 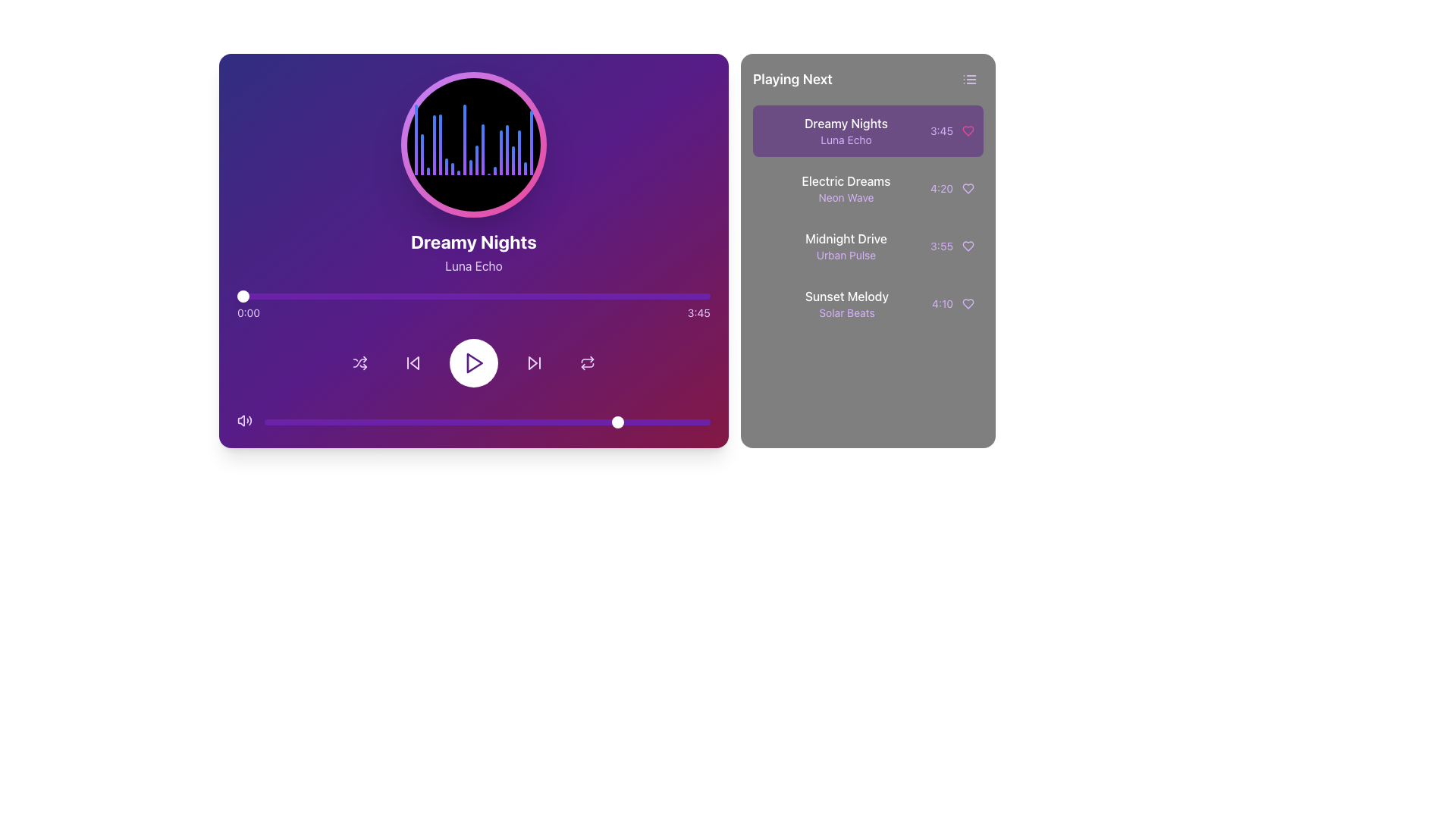 I want to click on the text label reading 'Midnight Drive' and 'Urban Pulse' that is the second entry in the 'Playing Next' panel, located between 'Electric Dreams' and 'Sunset Melody', so click(x=846, y=245).